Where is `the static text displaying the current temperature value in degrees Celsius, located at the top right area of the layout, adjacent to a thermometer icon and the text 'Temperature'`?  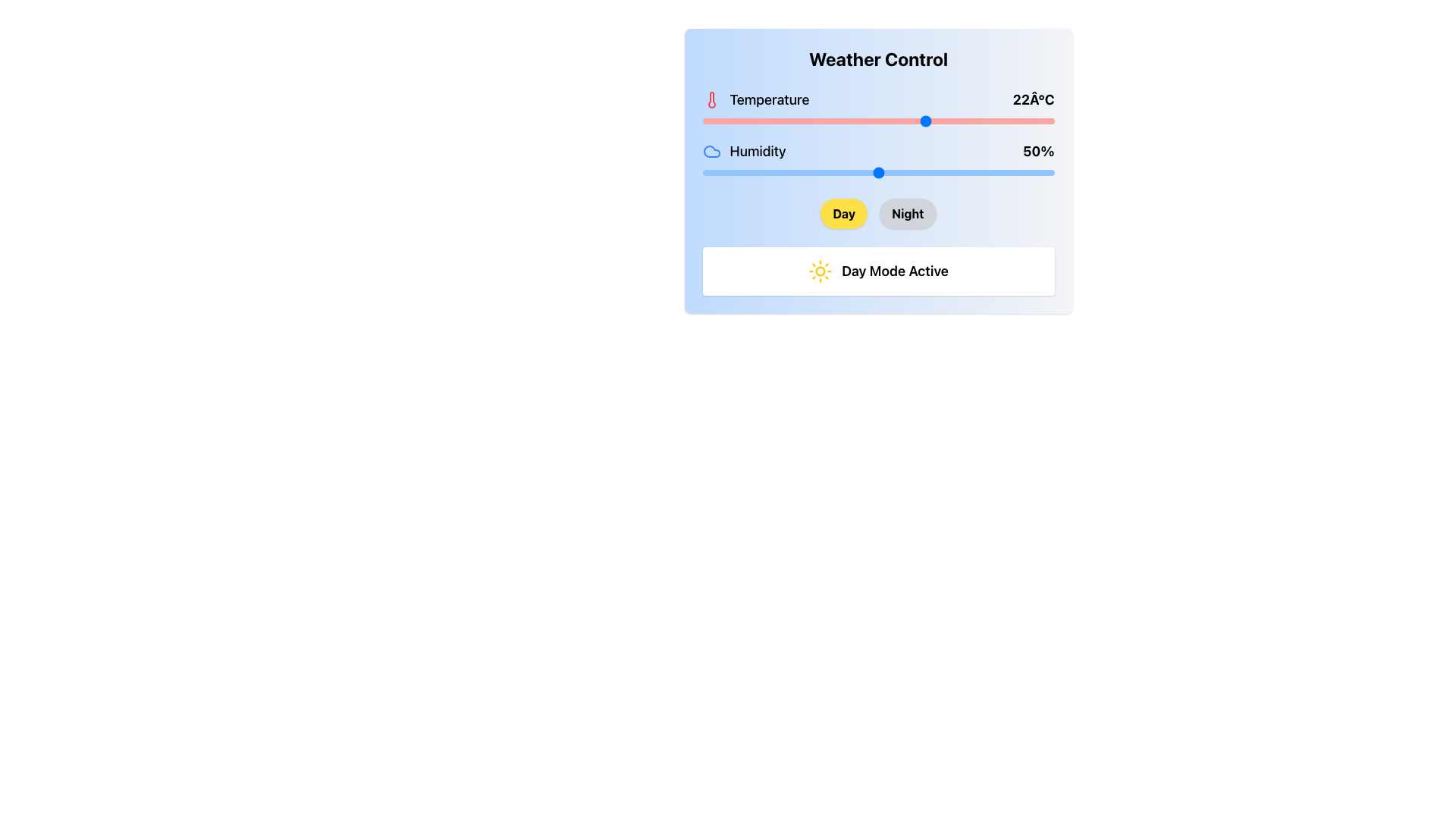
the static text displaying the current temperature value in degrees Celsius, located at the top right area of the layout, adjacent to a thermometer icon and the text 'Temperature' is located at coordinates (1033, 99).